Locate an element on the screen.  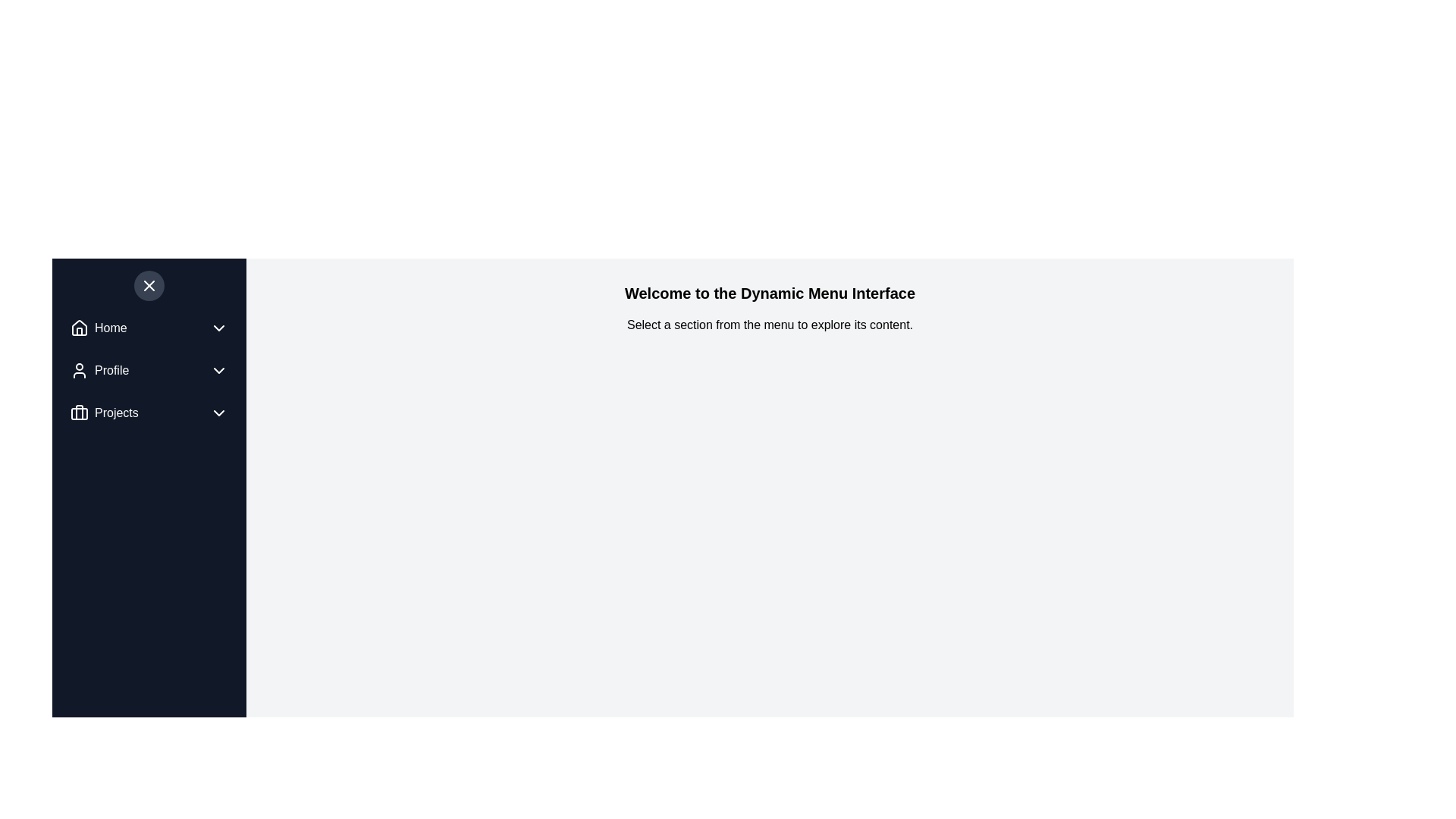
the 'Profile' text label in the side navigation panel is located at coordinates (111, 371).